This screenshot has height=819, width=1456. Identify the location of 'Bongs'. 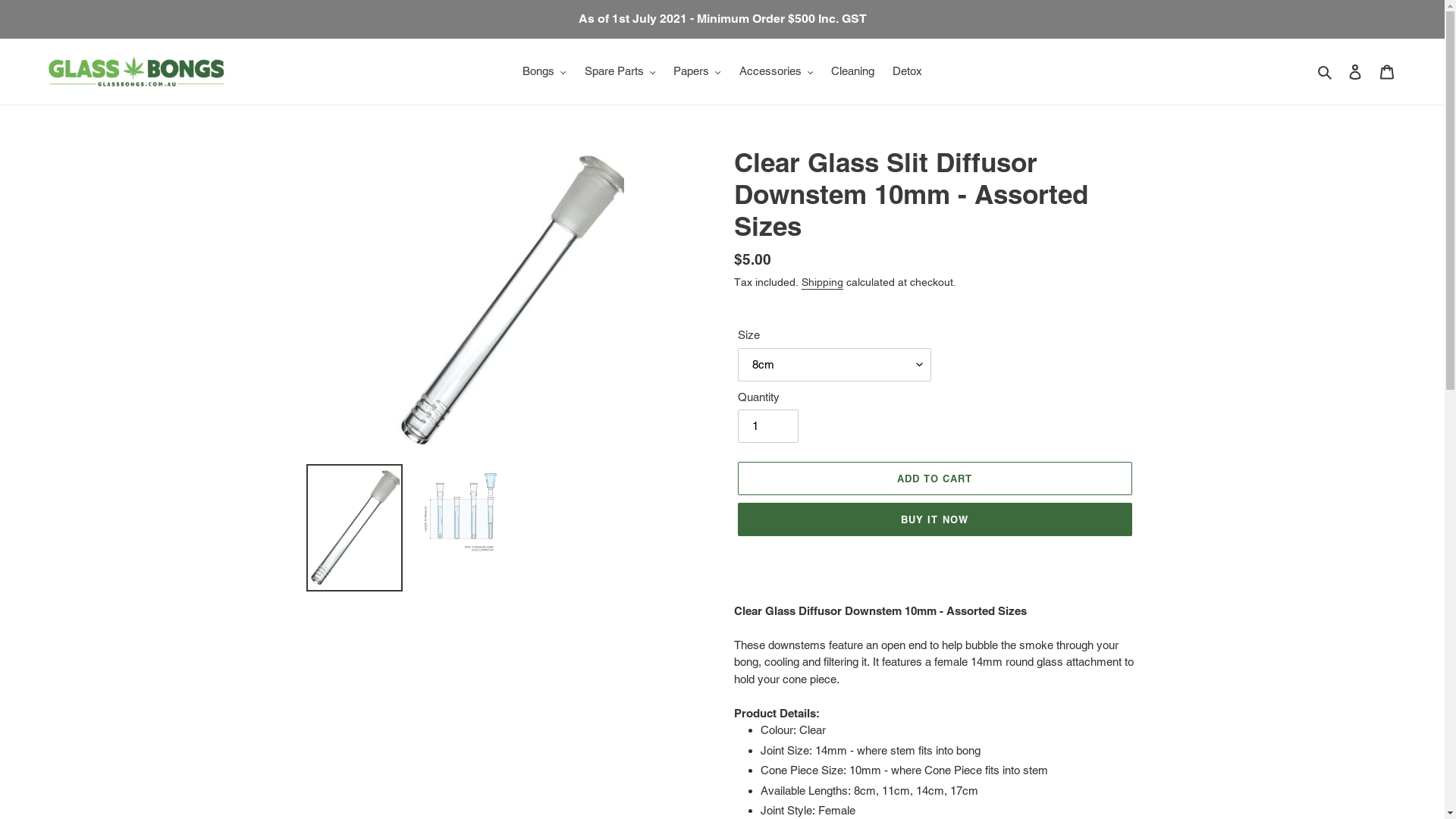
(544, 71).